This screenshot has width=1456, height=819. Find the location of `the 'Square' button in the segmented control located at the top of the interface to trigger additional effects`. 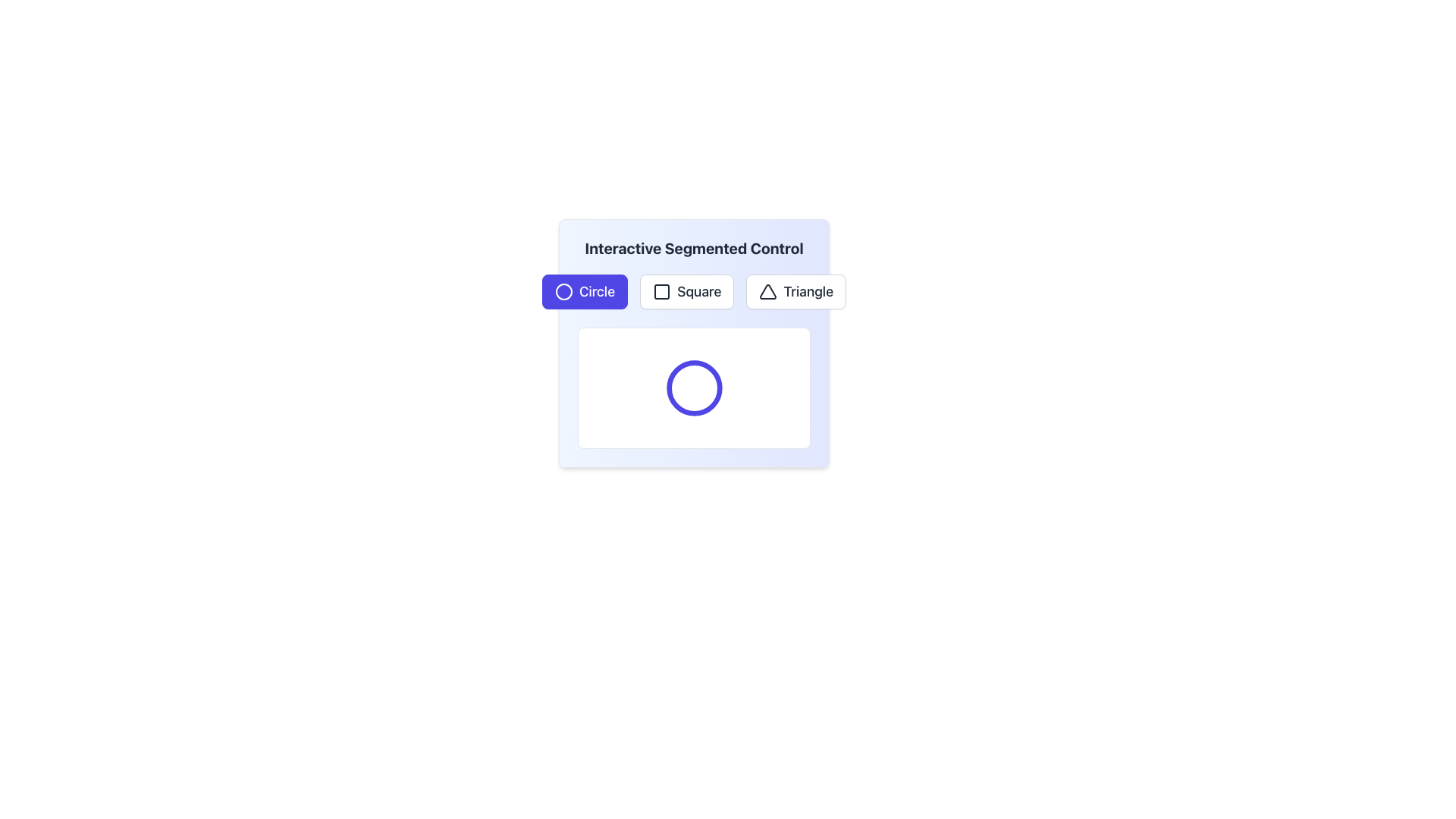

the 'Square' button in the segmented control located at the top of the interface to trigger additional effects is located at coordinates (686, 292).